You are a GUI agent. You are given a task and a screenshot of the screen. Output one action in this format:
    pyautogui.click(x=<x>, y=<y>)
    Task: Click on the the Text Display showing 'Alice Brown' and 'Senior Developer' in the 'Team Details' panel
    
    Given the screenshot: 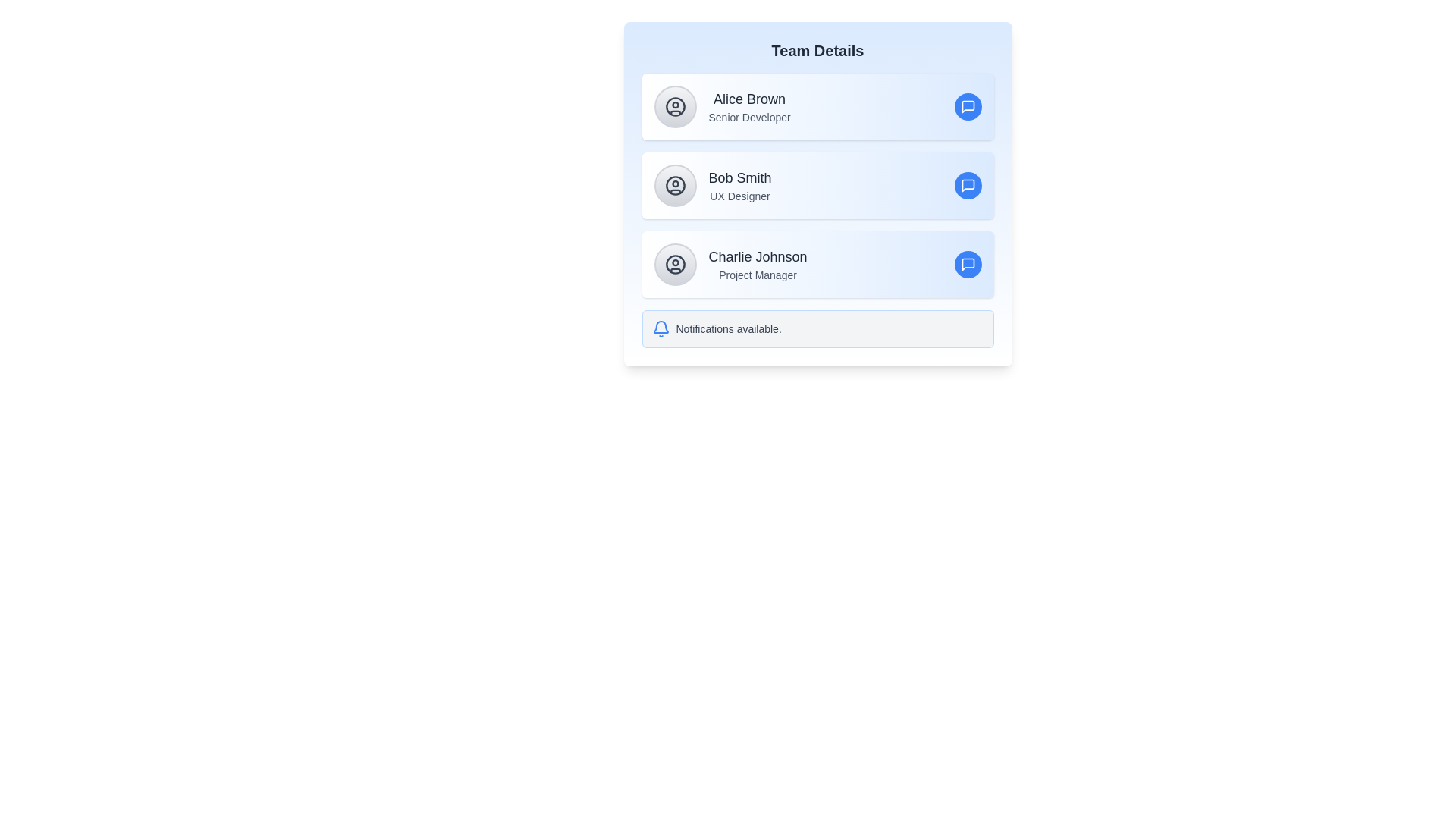 What is the action you would take?
    pyautogui.click(x=749, y=106)
    